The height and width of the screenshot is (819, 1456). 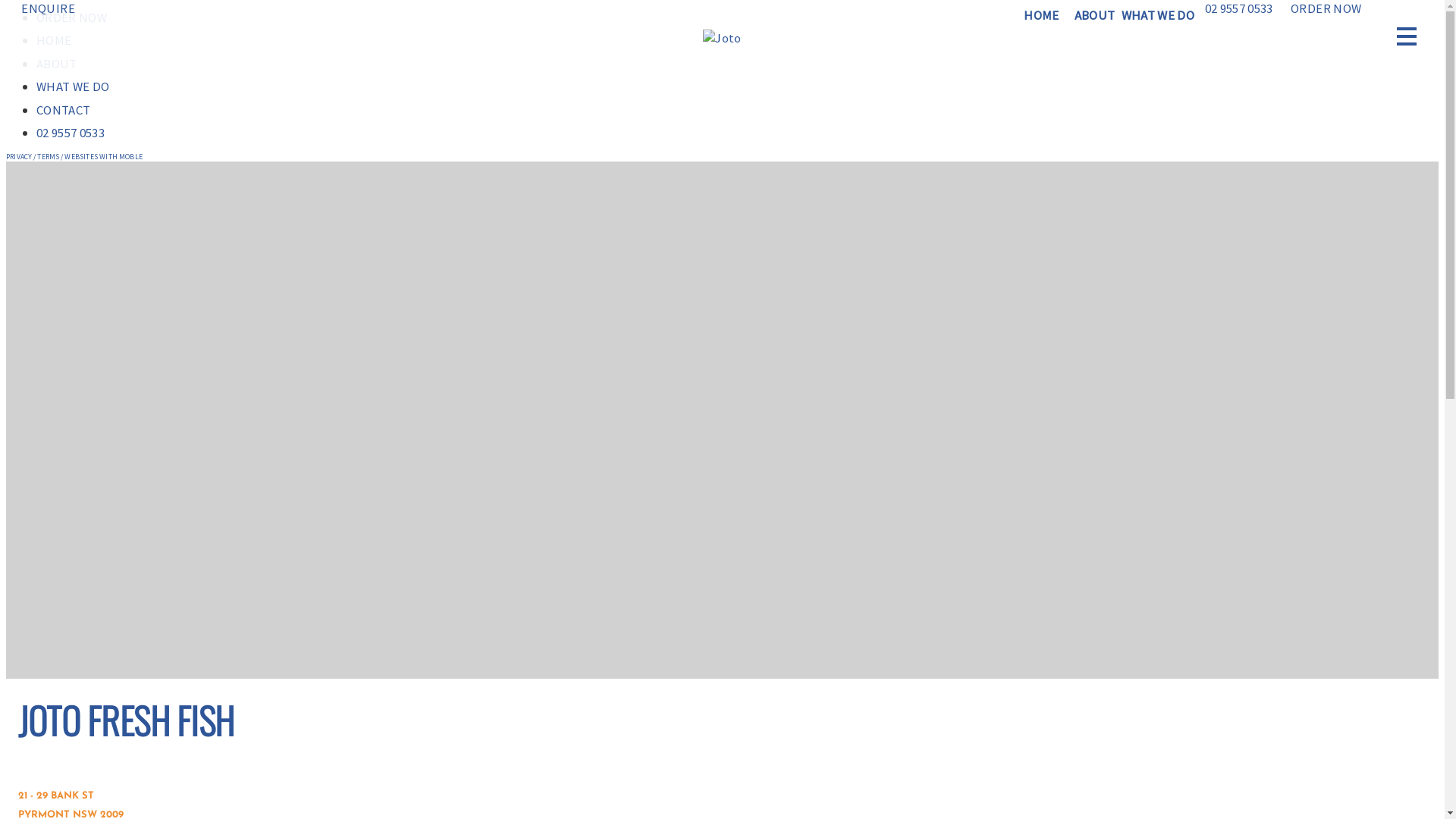 What do you see at coordinates (1095, 14) in the screenshot?
I see `'ABOUT'` at bounding box center [1095, 14].